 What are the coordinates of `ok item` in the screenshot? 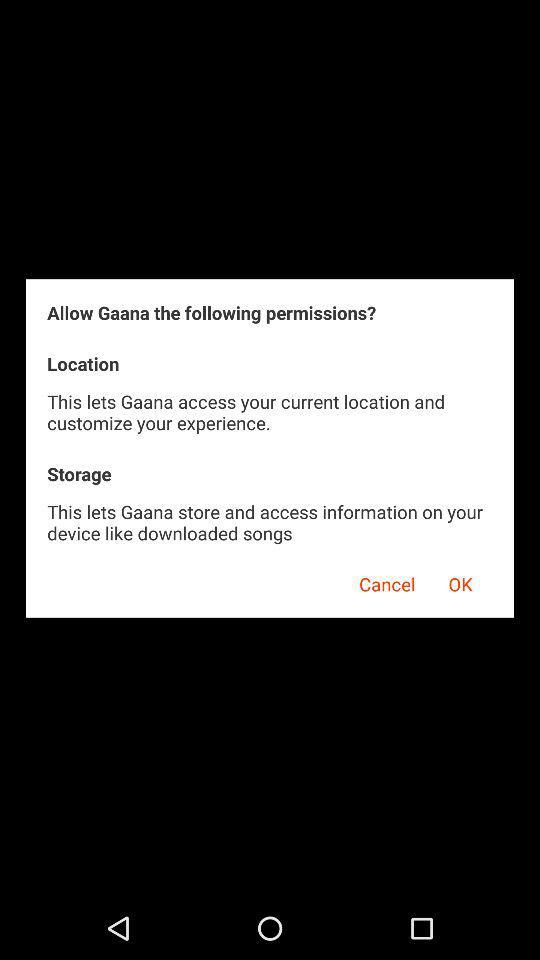 It's located at (460, 581).